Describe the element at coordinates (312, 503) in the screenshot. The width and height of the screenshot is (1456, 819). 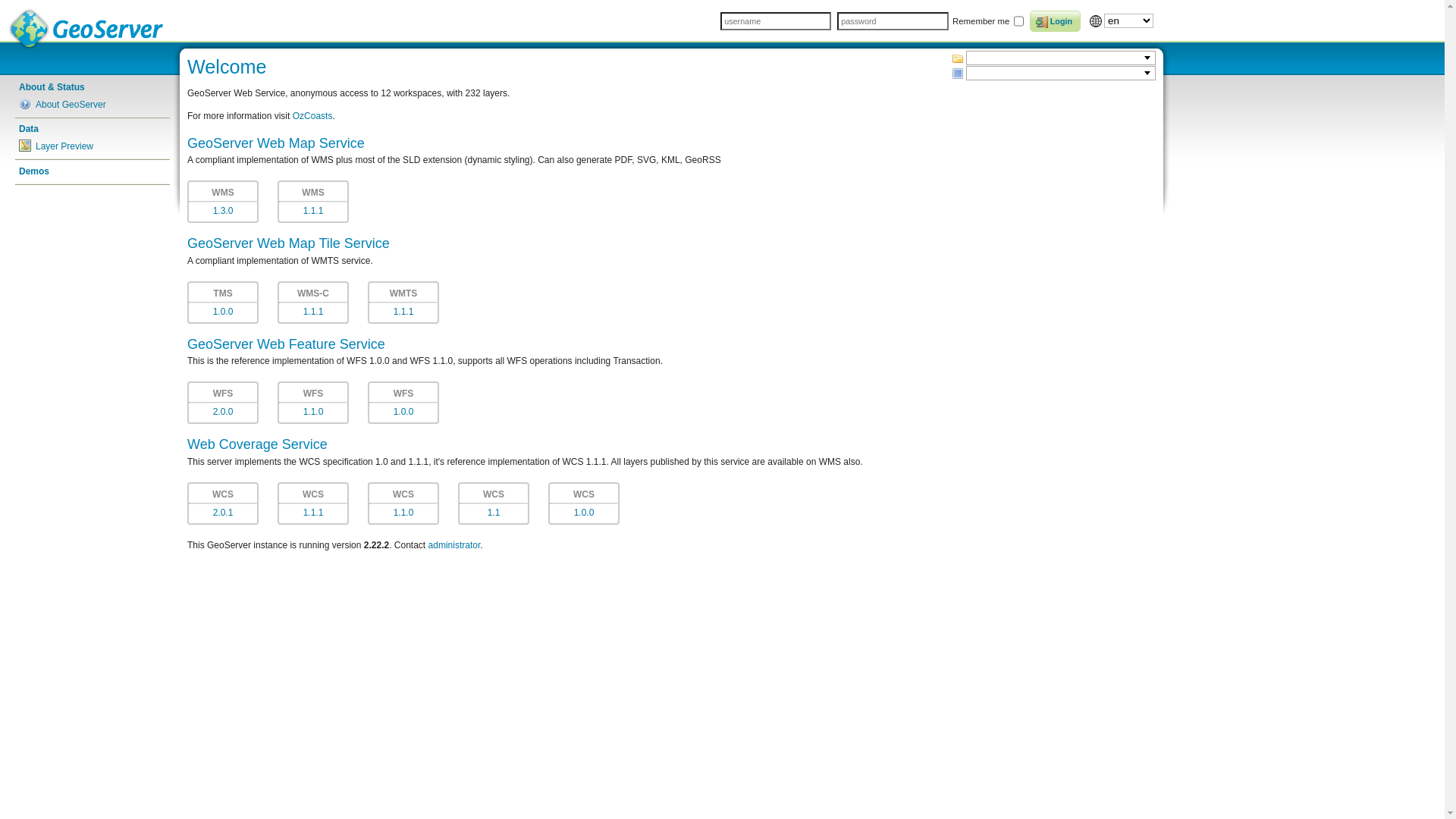
I see `'WCS` at that location.